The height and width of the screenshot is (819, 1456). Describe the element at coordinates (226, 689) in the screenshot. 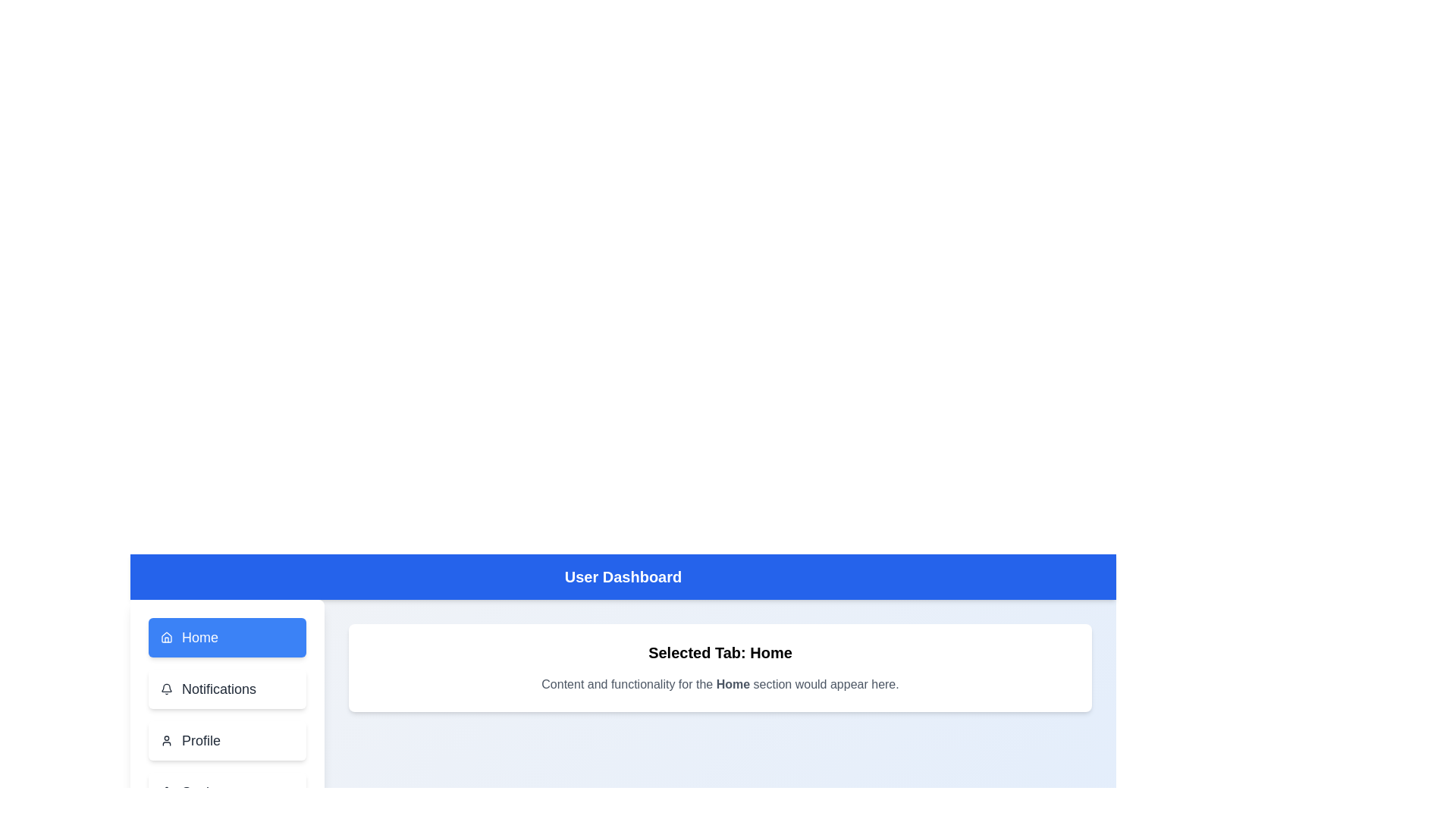

I see `the navigation button labeled Notifications` at that location.